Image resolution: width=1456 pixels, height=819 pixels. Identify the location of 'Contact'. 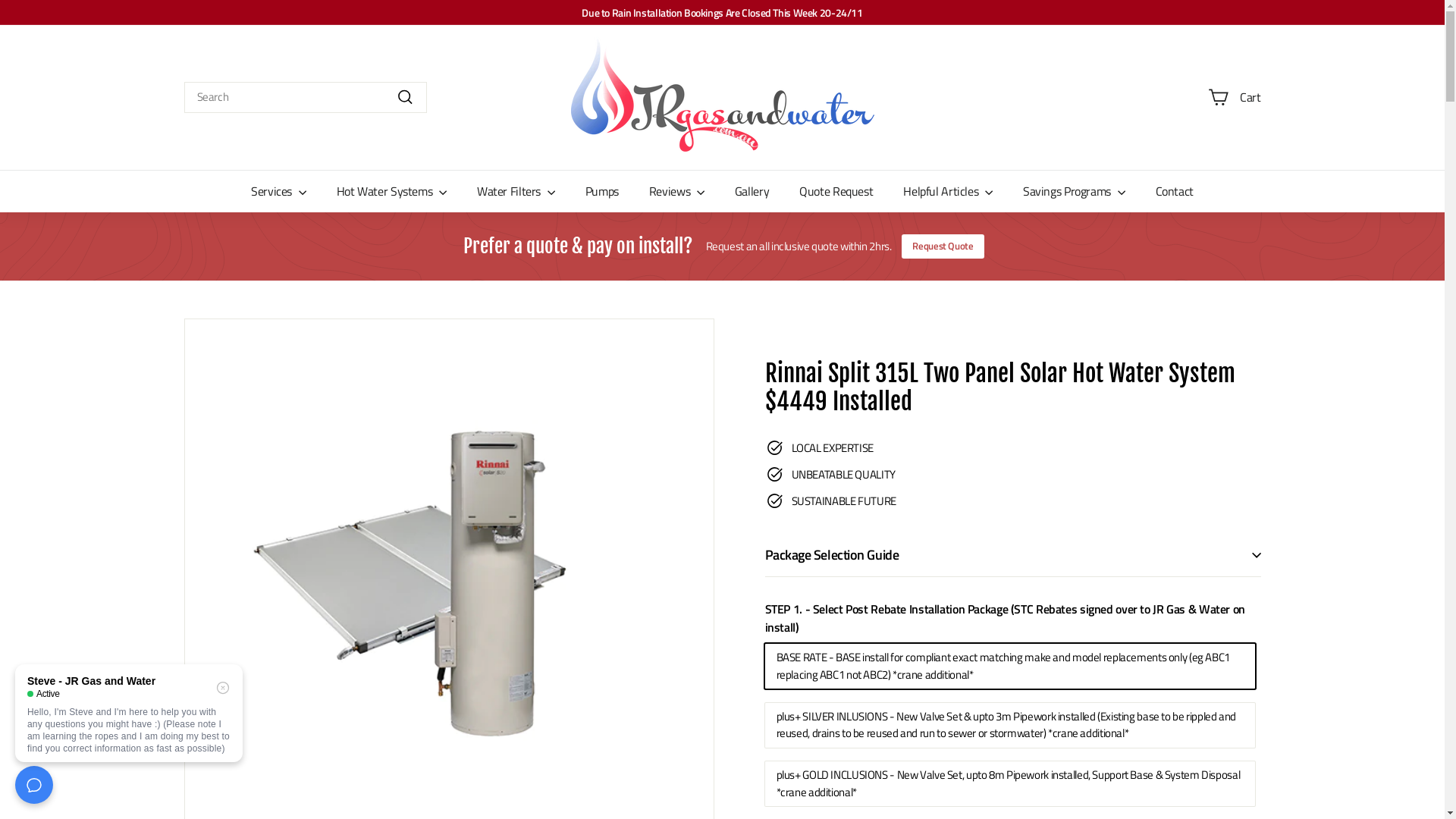
(1174, 190).